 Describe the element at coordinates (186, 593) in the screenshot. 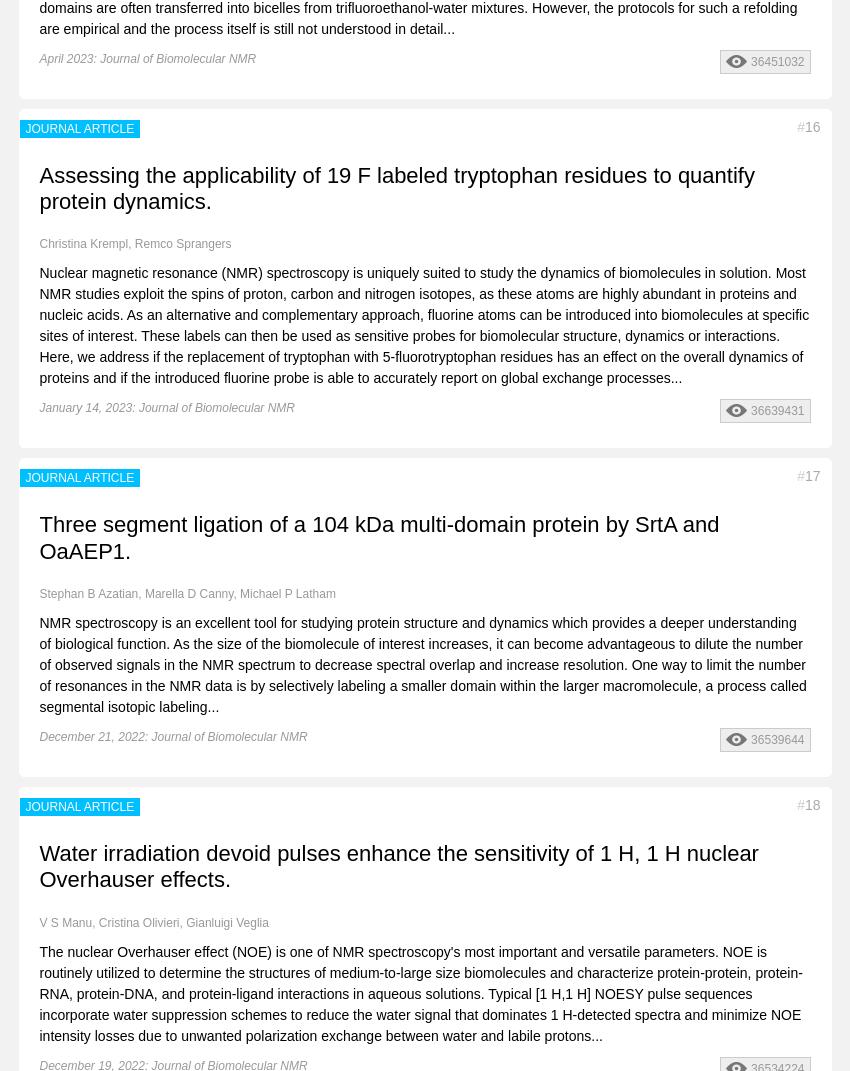

I see `'Stephan B Azatian, Marella D Canny, Michael P Latham'` at that location.